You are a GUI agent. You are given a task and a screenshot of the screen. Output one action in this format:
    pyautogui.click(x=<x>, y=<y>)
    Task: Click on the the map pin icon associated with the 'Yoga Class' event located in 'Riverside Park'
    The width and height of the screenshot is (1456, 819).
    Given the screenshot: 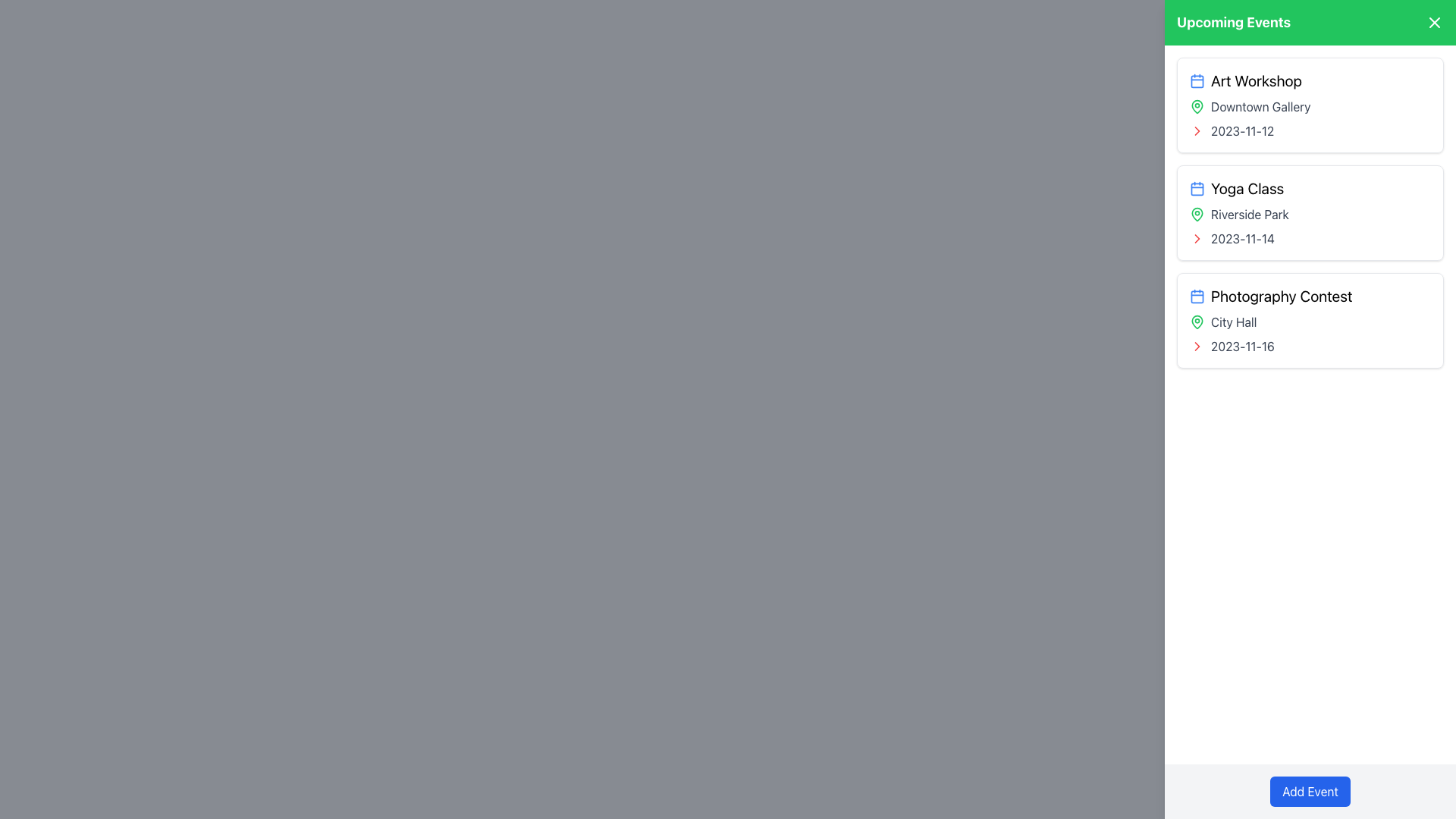 What is the action you would take?
    pyautogui.click(x=1197, y=214)
    